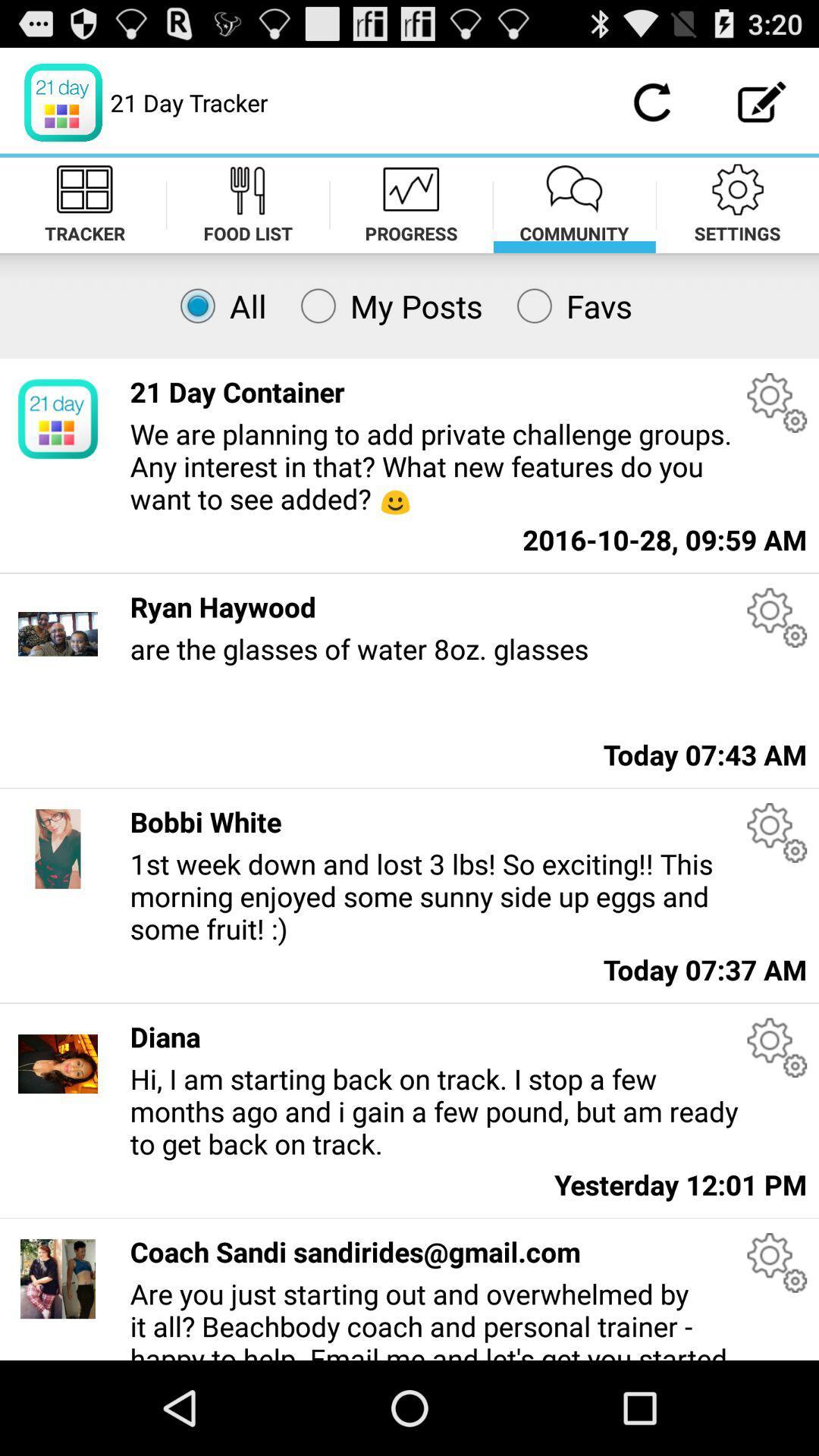 This screenshot has width=819, height=1456. What do you see at coordinates (777, 832) in the screenshot?
I see `post settings` at bounding box center [777, 832].